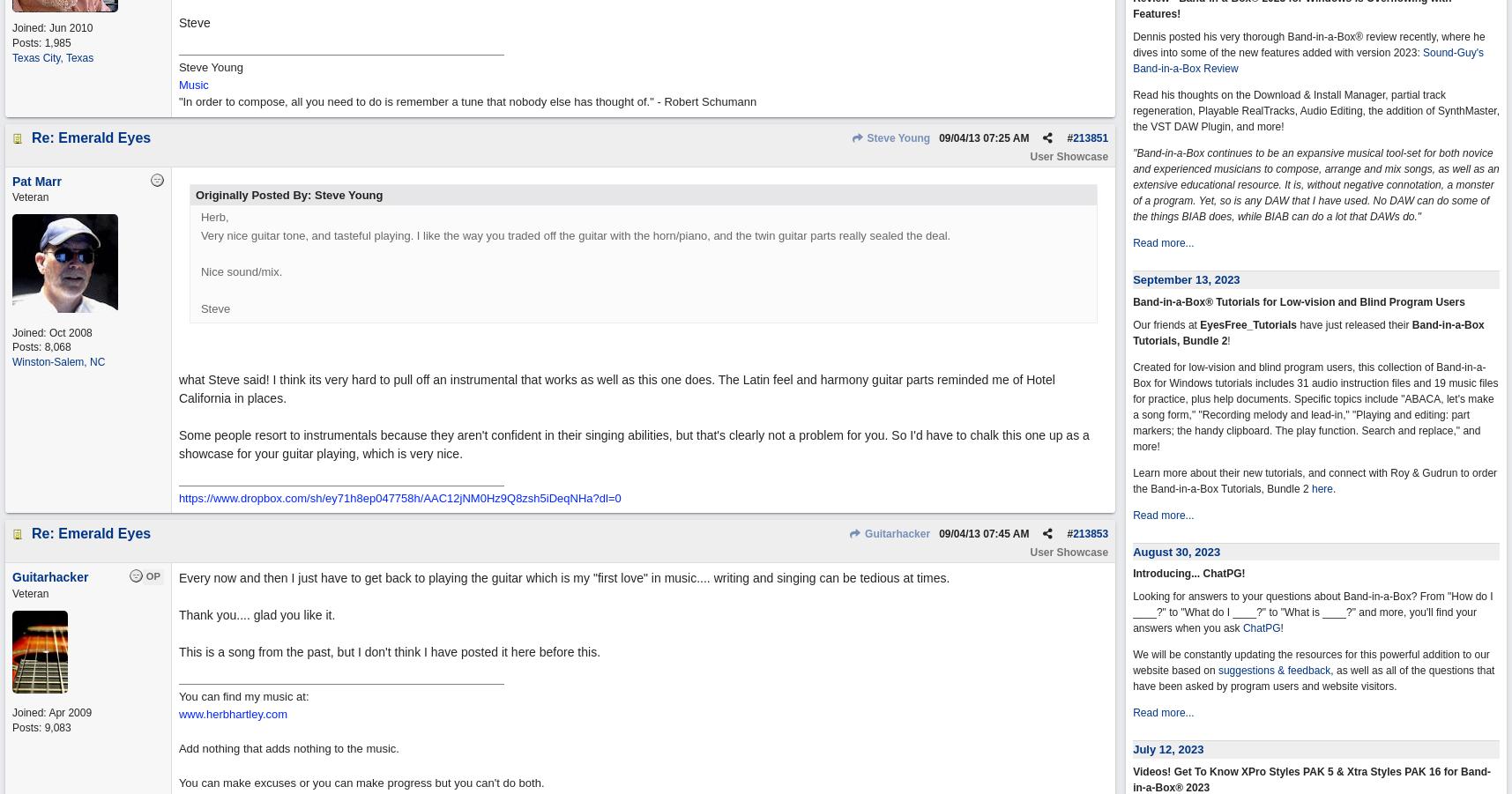  I want to click on 'Music', so click(193, 84).